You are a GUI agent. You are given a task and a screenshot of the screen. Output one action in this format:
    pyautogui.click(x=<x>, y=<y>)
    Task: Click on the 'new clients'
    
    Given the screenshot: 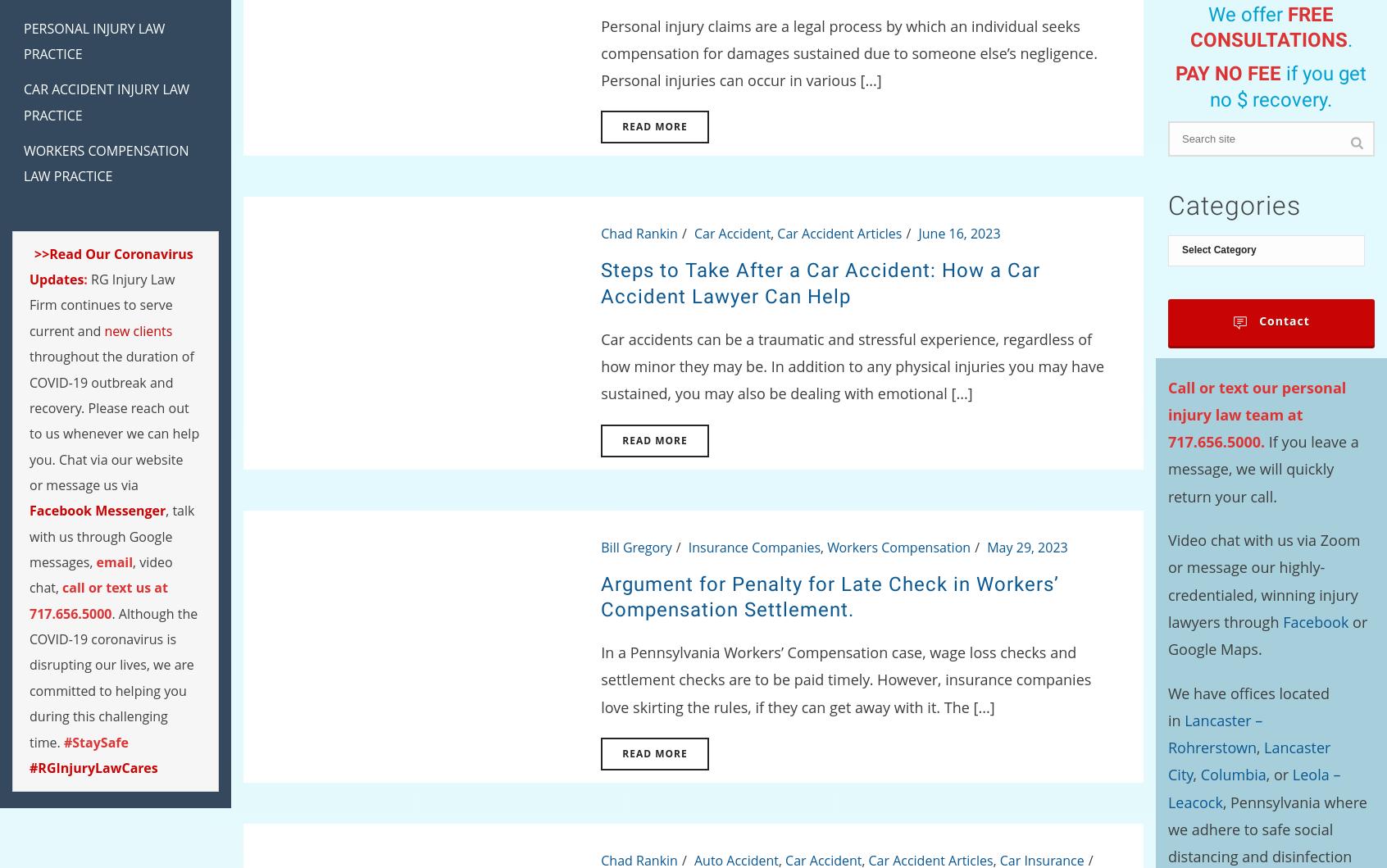 What is the action you would take?
    pyautogui.click(x=137, y=329)
    